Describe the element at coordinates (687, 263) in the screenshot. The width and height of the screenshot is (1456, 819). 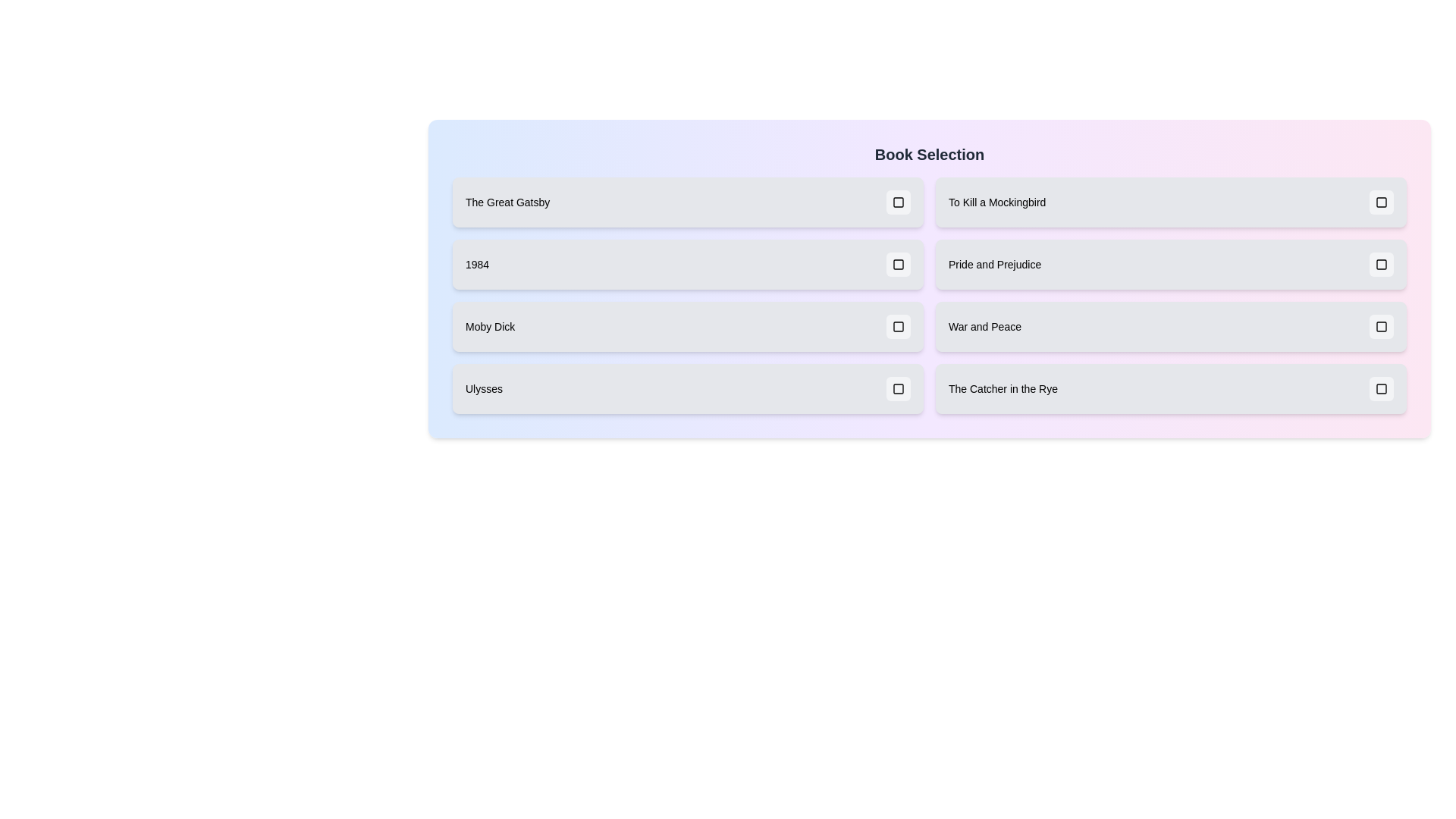
I see `the book item labeled '1984' to observe its visual transition` at that location.